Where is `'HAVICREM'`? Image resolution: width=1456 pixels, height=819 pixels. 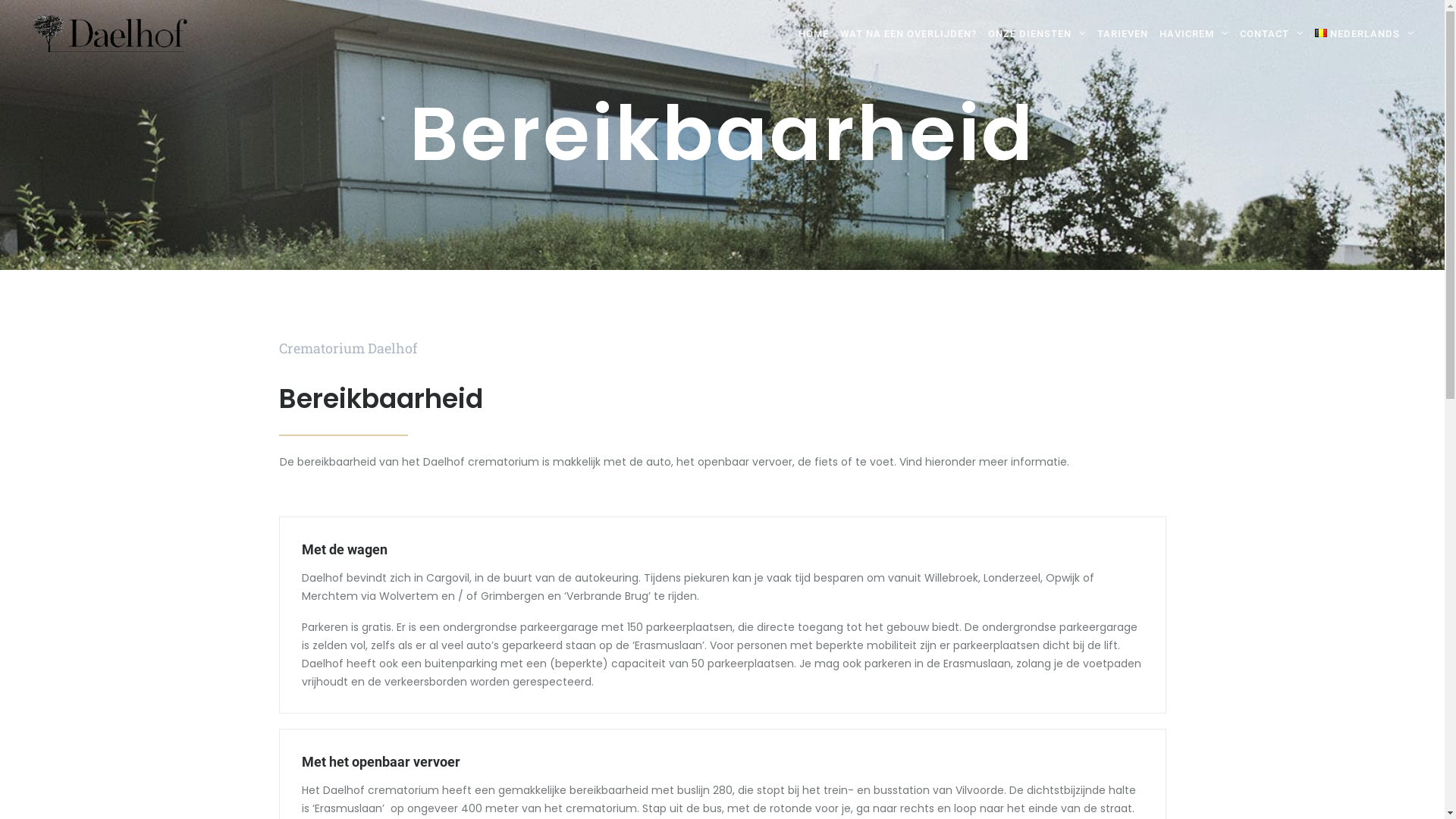
'HAVICREM' is located at coordinates (1193, 34).